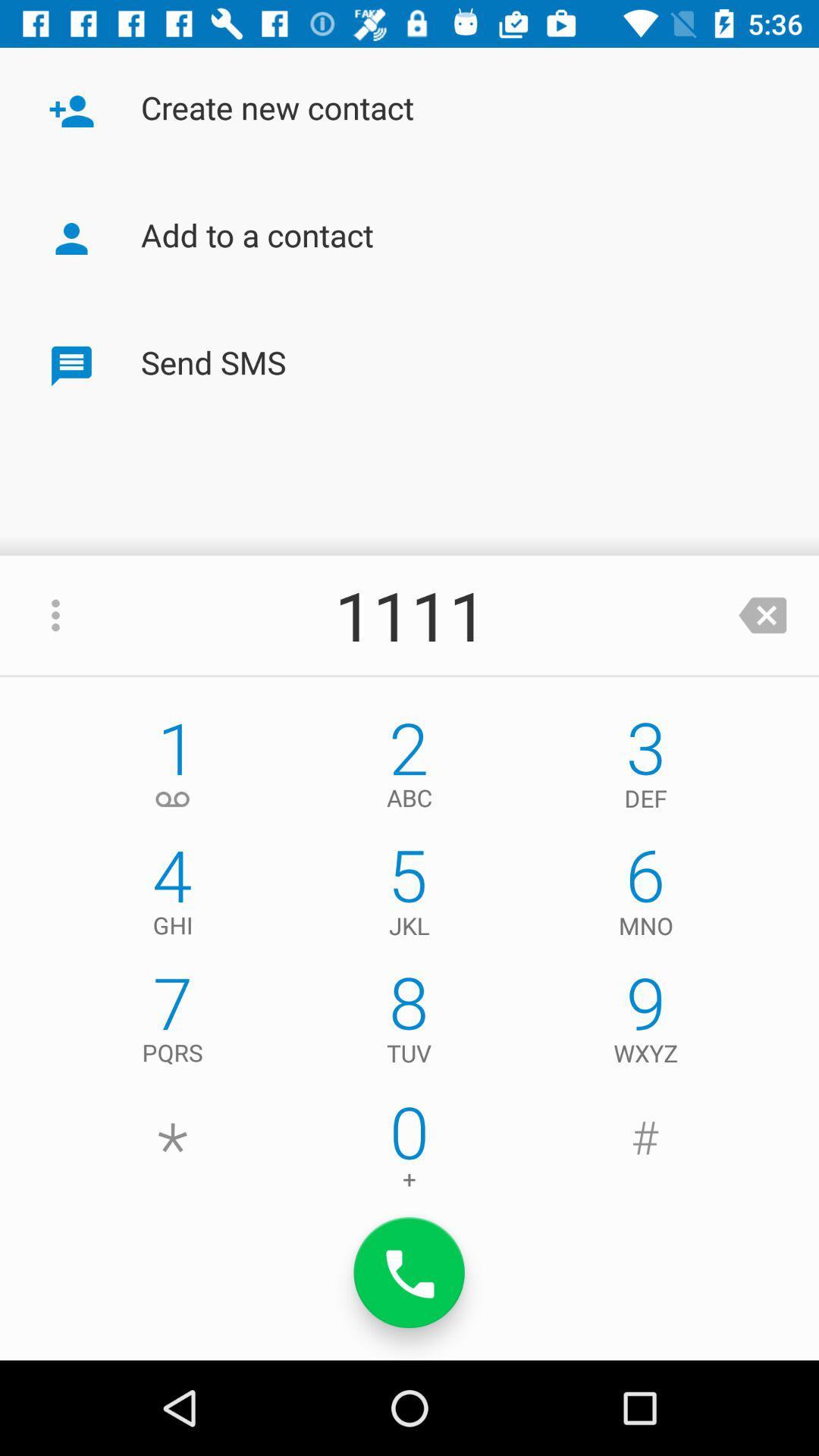  Describe the element at coordinates (409, 1272) in the screenshot. I see `the call icon` at that location.